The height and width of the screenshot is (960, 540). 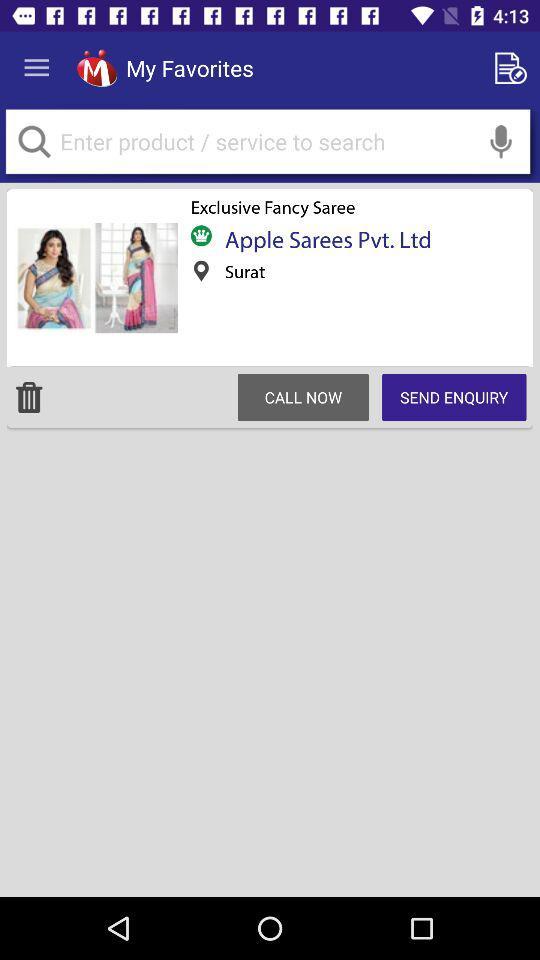 I want to click on the exclusive fancy saree icon, so click(x=272, y=207).